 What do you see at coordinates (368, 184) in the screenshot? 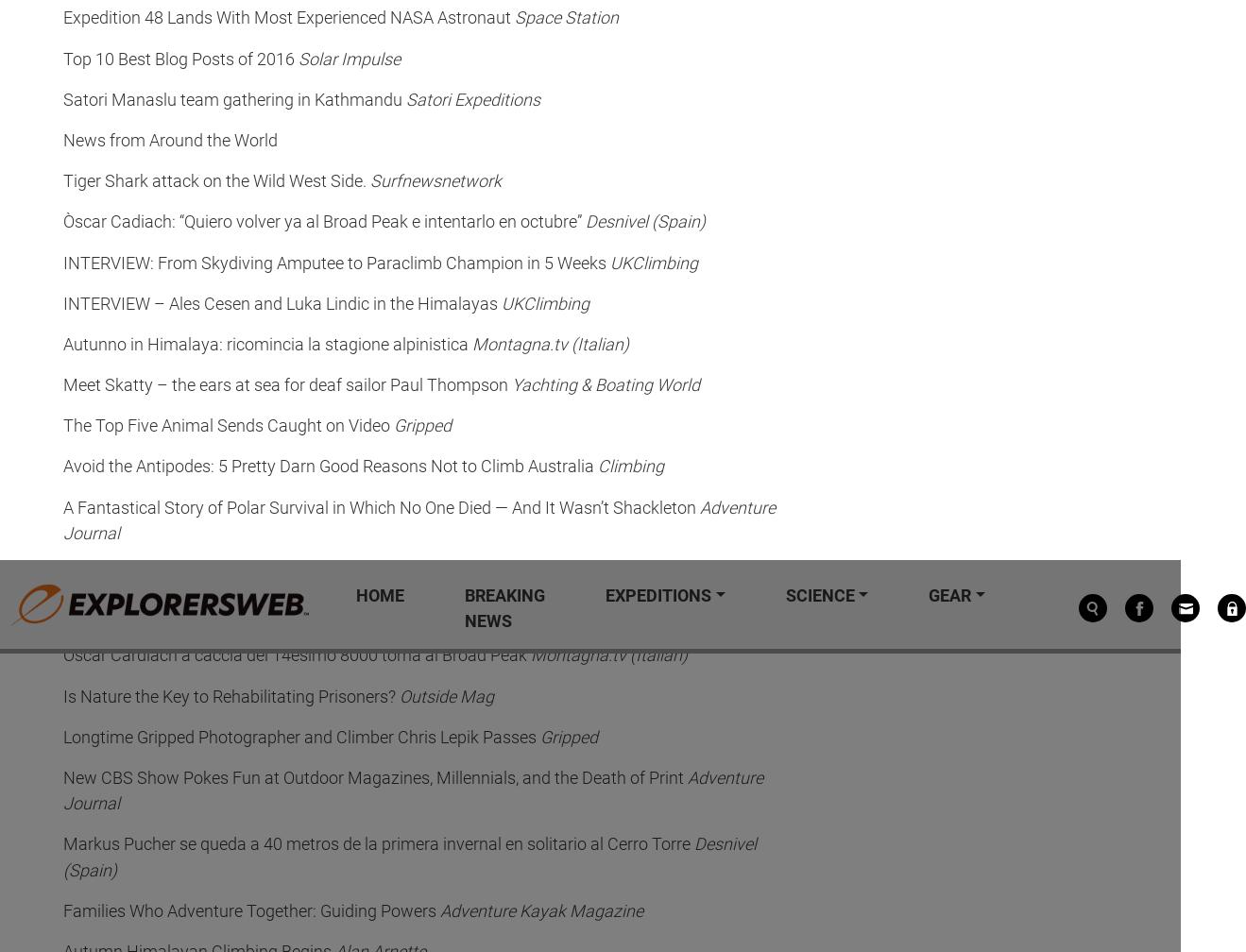
I see `'November 2, 2023'` at bounding box center [368, 184].